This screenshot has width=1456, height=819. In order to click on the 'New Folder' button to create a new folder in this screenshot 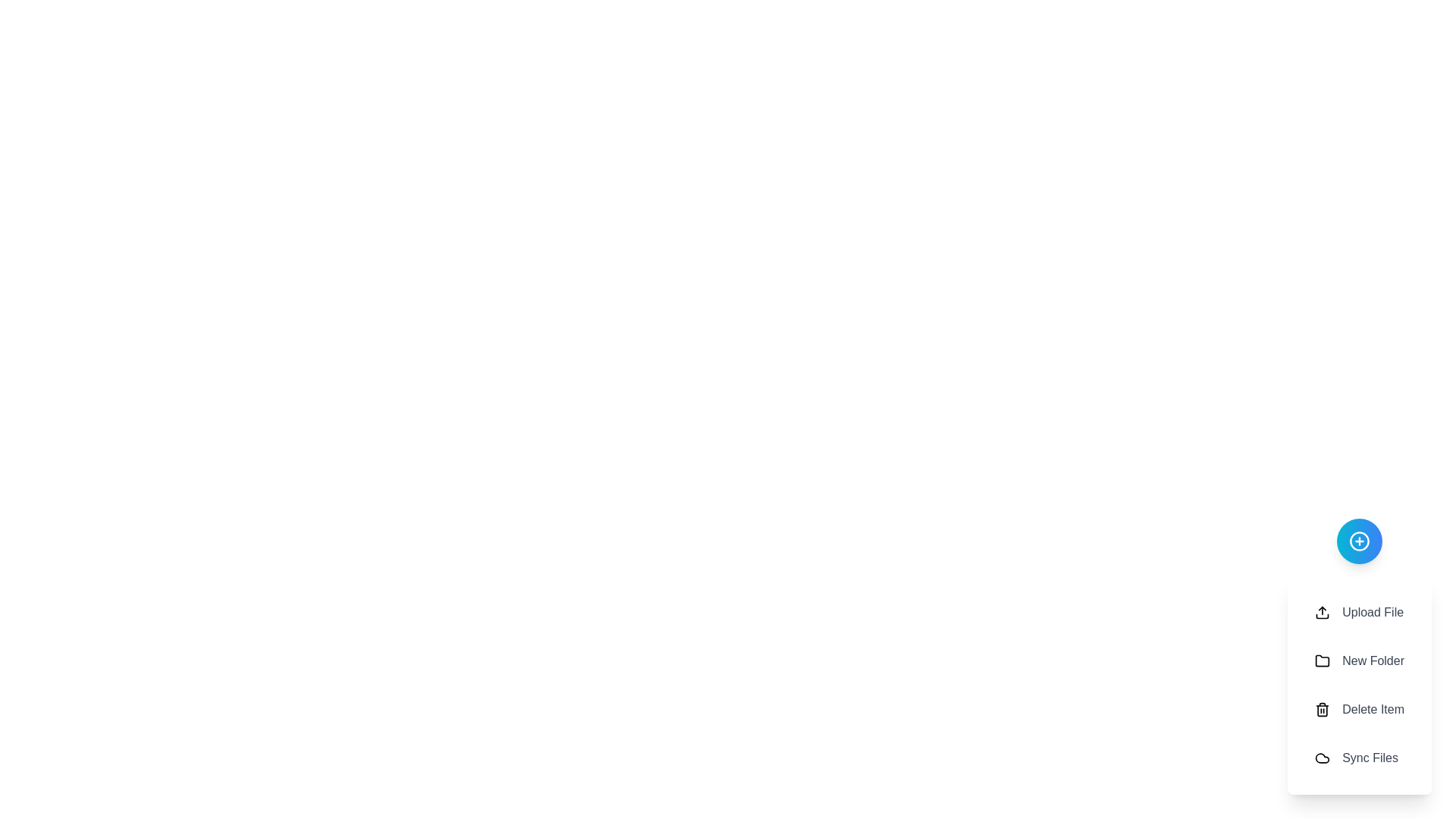, I will do `click(1360, 660)`.